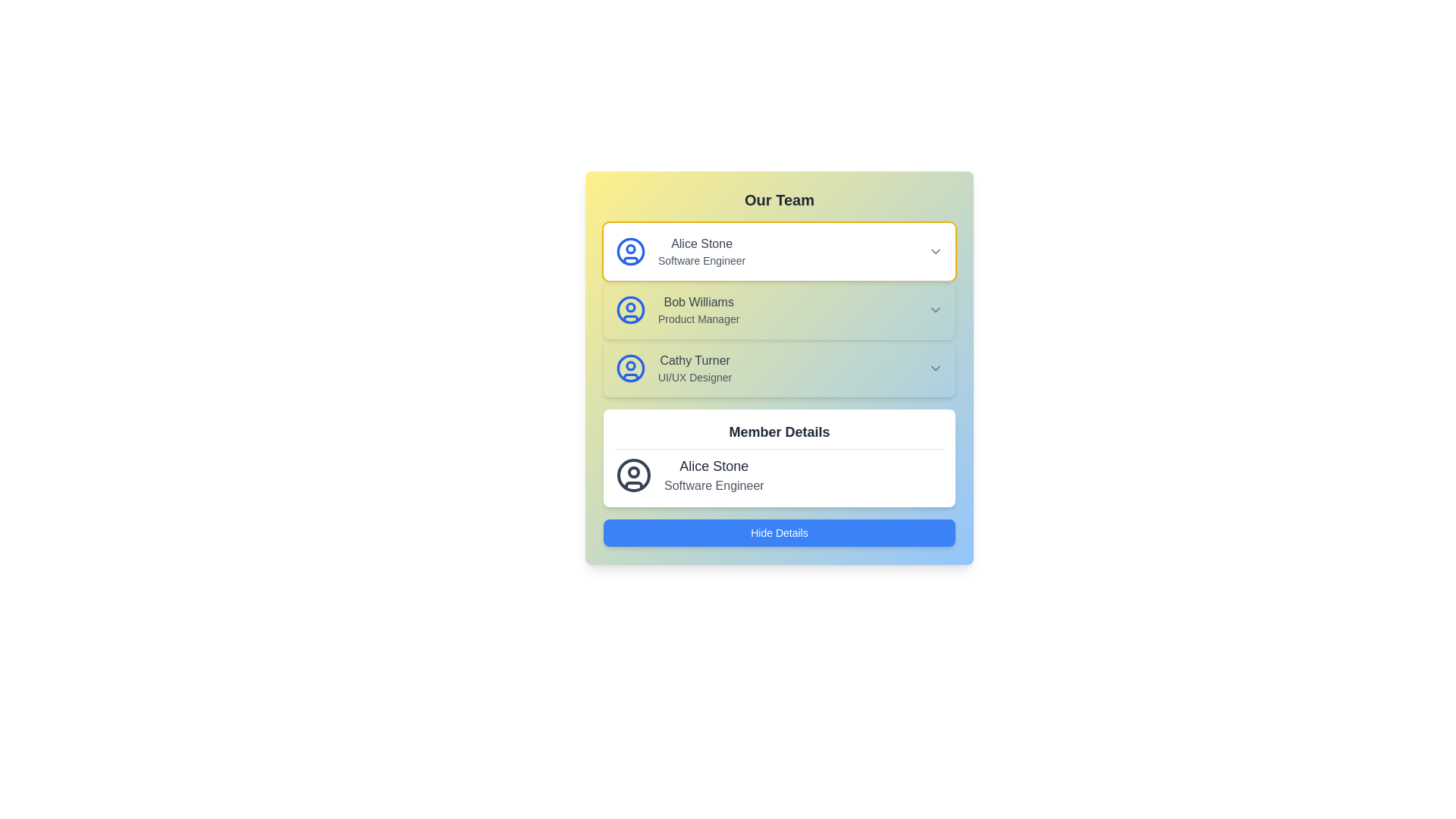 The height and width of the screenshot is (819, 1456). What do you see at coordinates (779, 368) in the screenshot?
I see `to select the Profile Card displaying 'Cathy Turner' as a UI/UX Designer, which is the third card in the 'Our Team' section` at bounding box center [779, 368].